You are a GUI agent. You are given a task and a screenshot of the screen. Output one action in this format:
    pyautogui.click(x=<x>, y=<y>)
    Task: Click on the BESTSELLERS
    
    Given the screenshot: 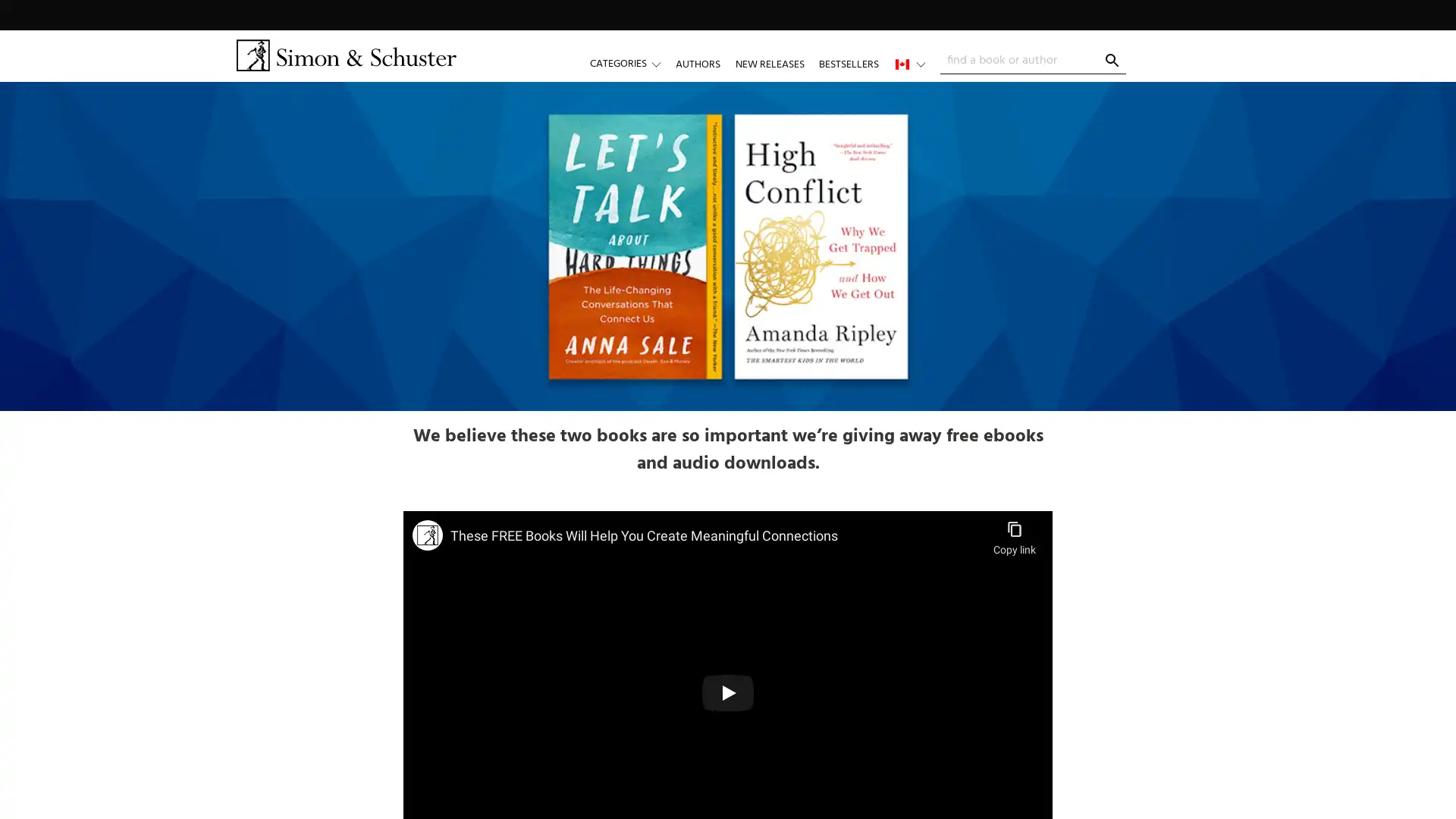 What is the action you would take?
    pyautogui.click(x=847, y=63)
    